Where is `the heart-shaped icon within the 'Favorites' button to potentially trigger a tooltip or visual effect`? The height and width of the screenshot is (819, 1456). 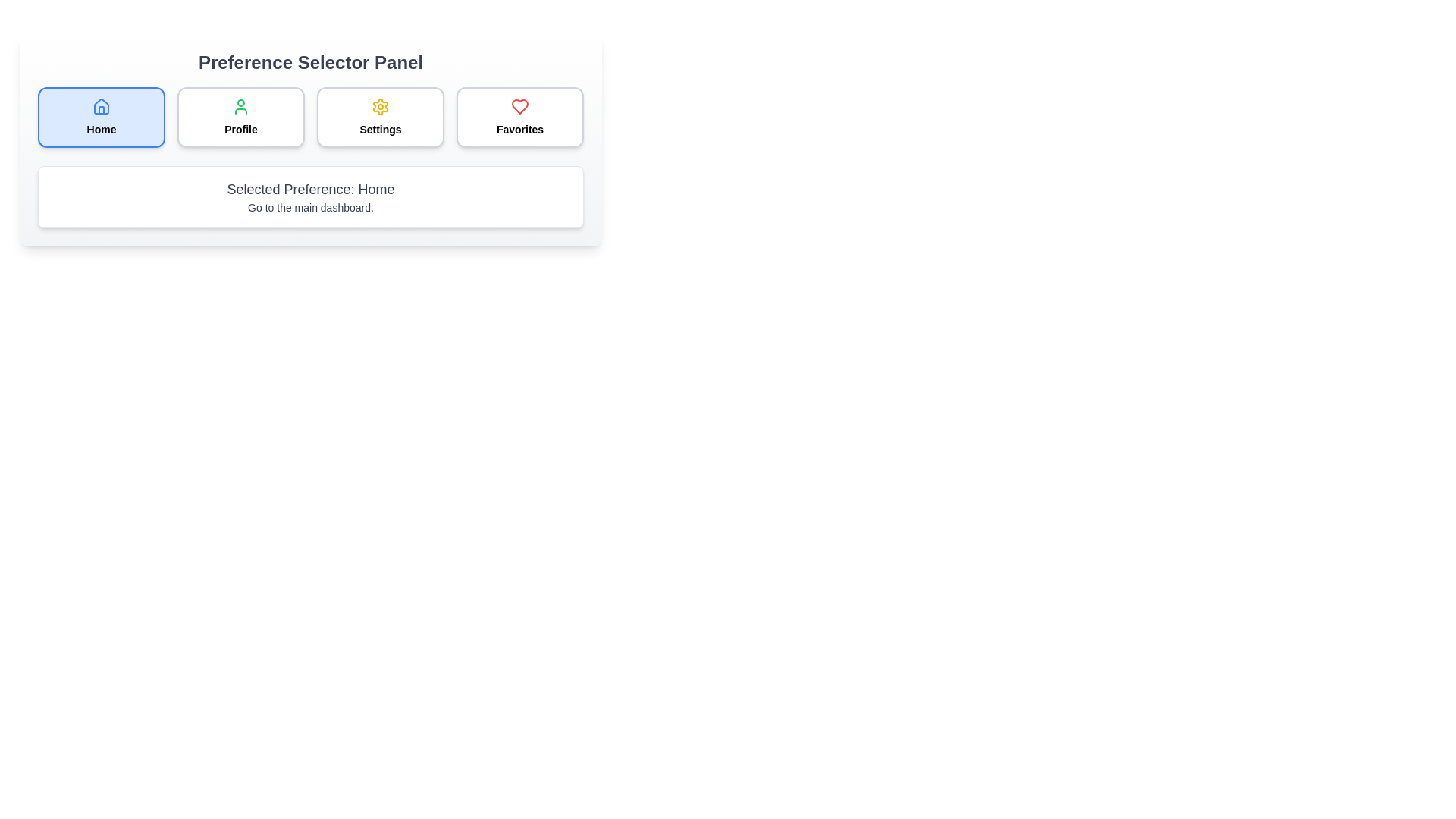 the heart-shaped icon within the 'Favorites' button to potentially trigger a tooltip or visual effect is located at coordinates (520, 106).